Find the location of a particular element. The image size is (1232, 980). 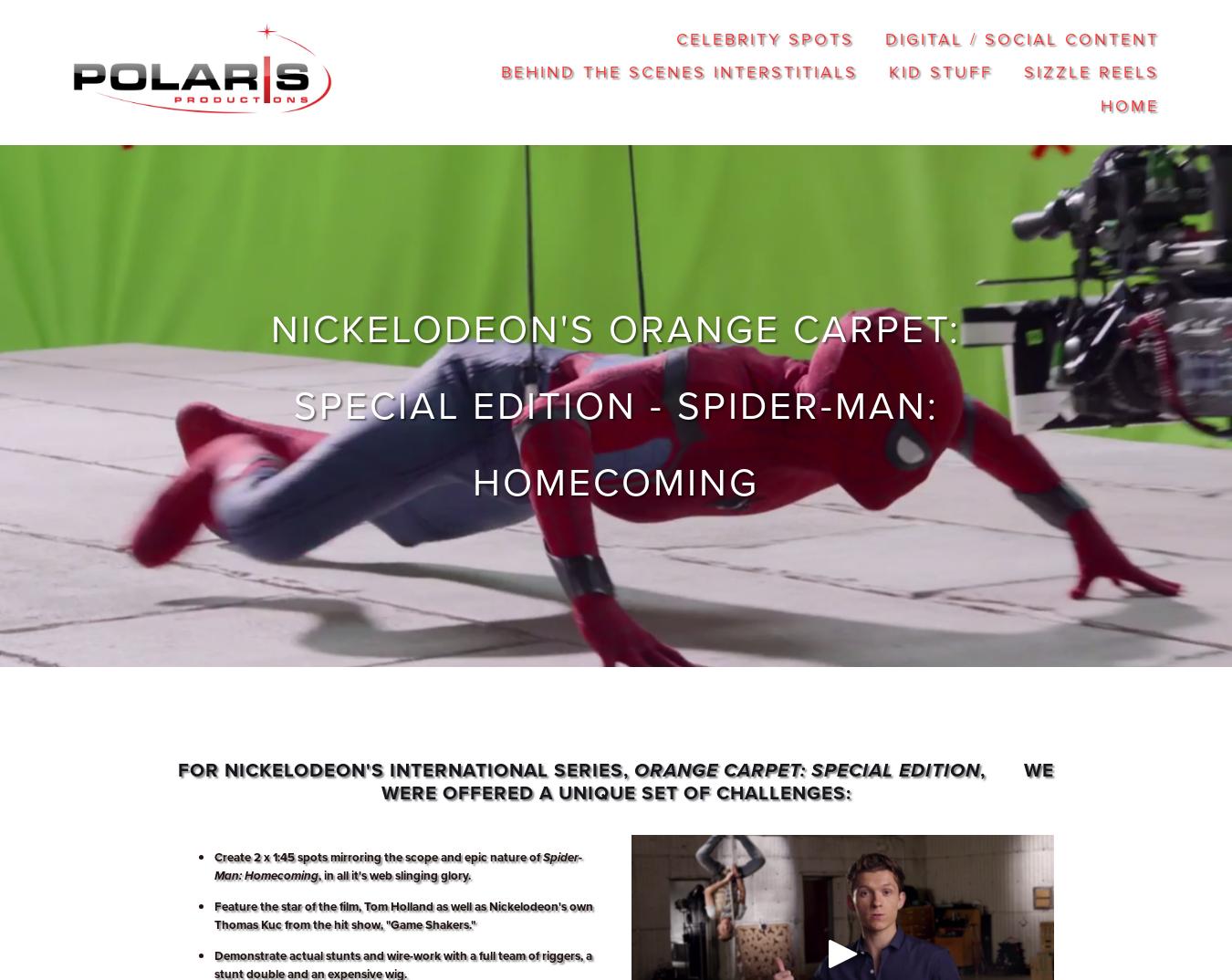

'Sizzle Reels' is located at coordinates (1090, 71).